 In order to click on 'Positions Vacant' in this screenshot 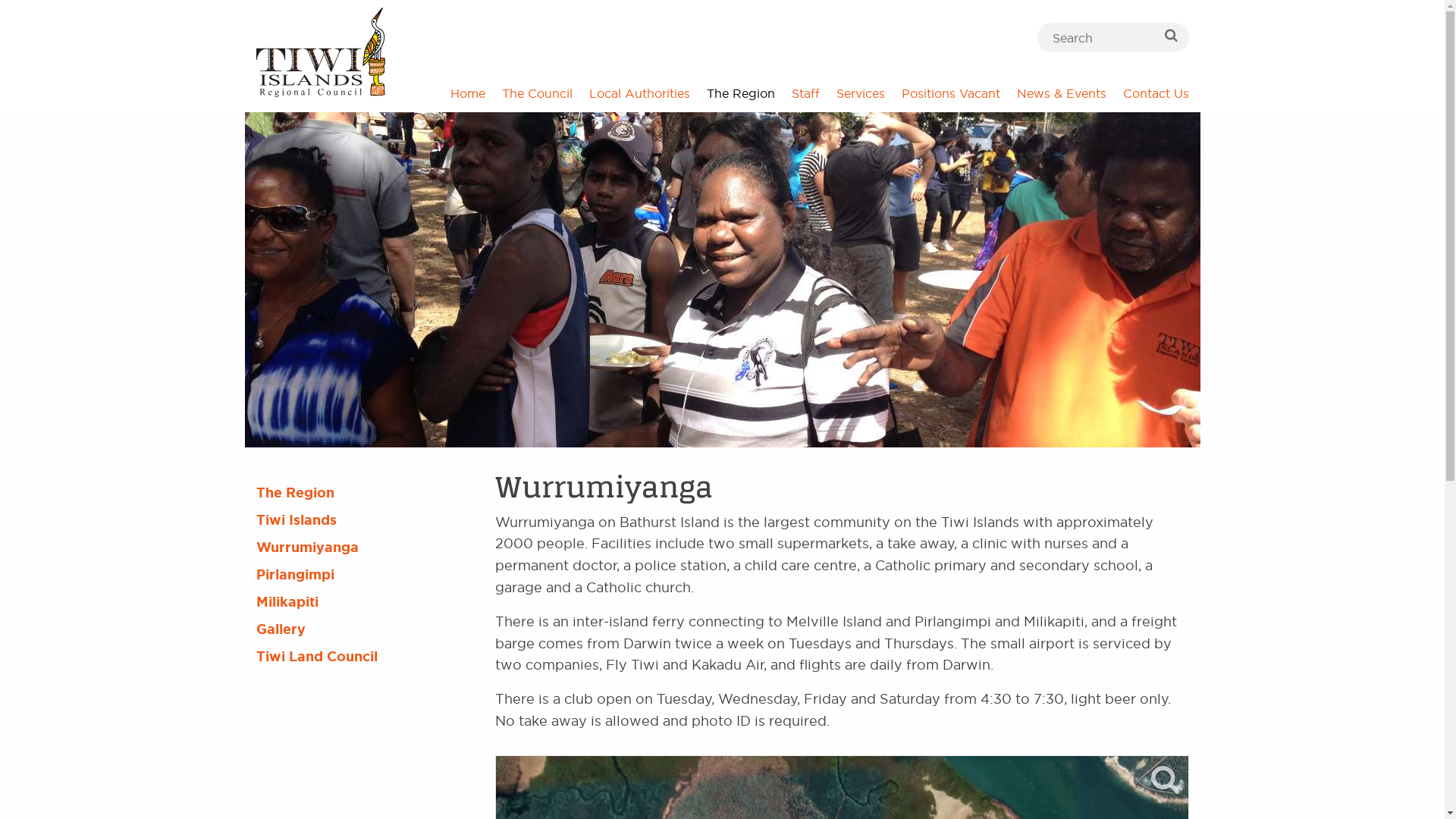, I will do `click(949, 93)`.